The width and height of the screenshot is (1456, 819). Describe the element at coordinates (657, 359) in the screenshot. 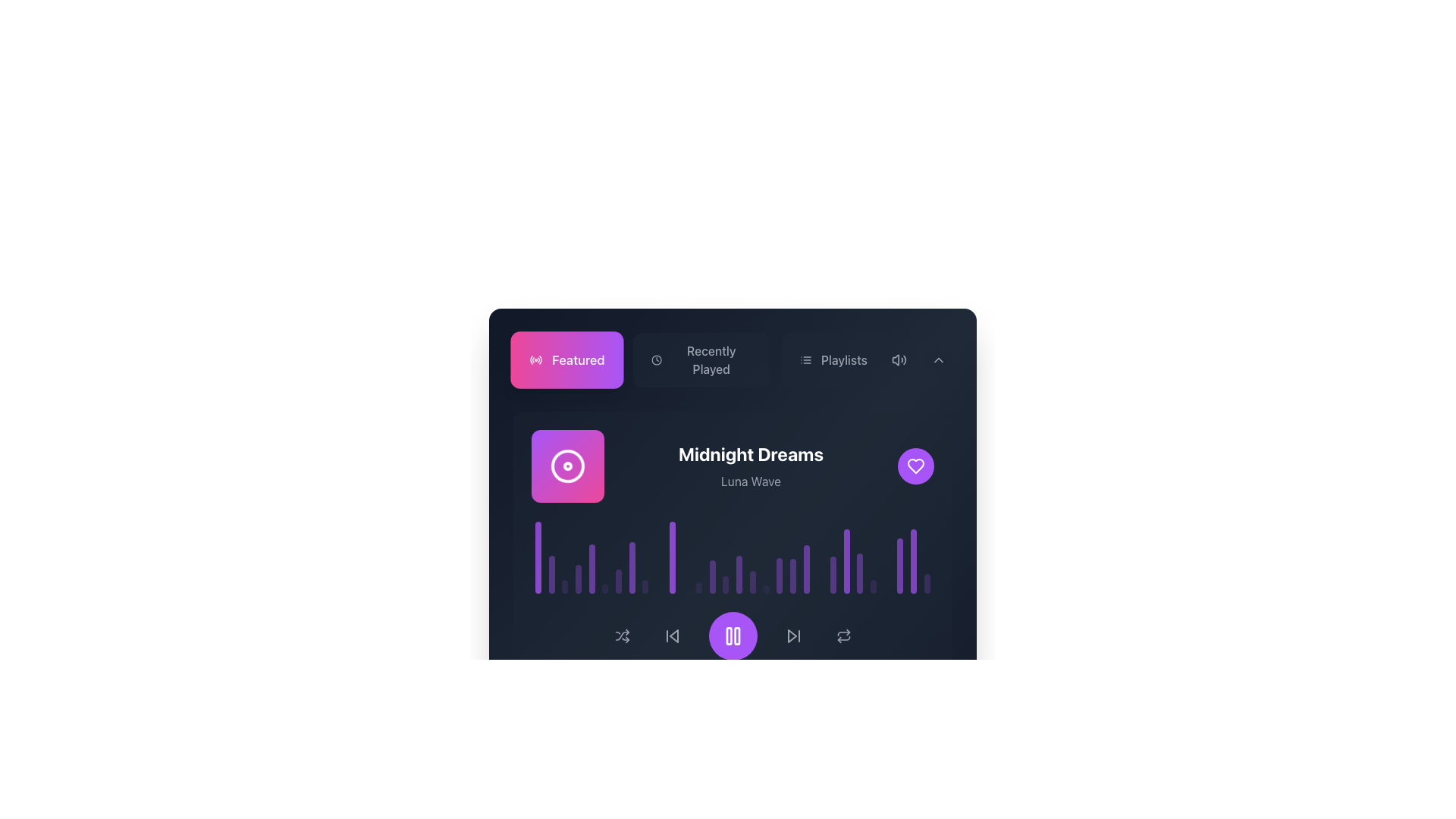

I see `the clock-like icon with a circular outline and two hands pointing in different directions, located within the 'Recently Played' button in the top navigation section` at that location.